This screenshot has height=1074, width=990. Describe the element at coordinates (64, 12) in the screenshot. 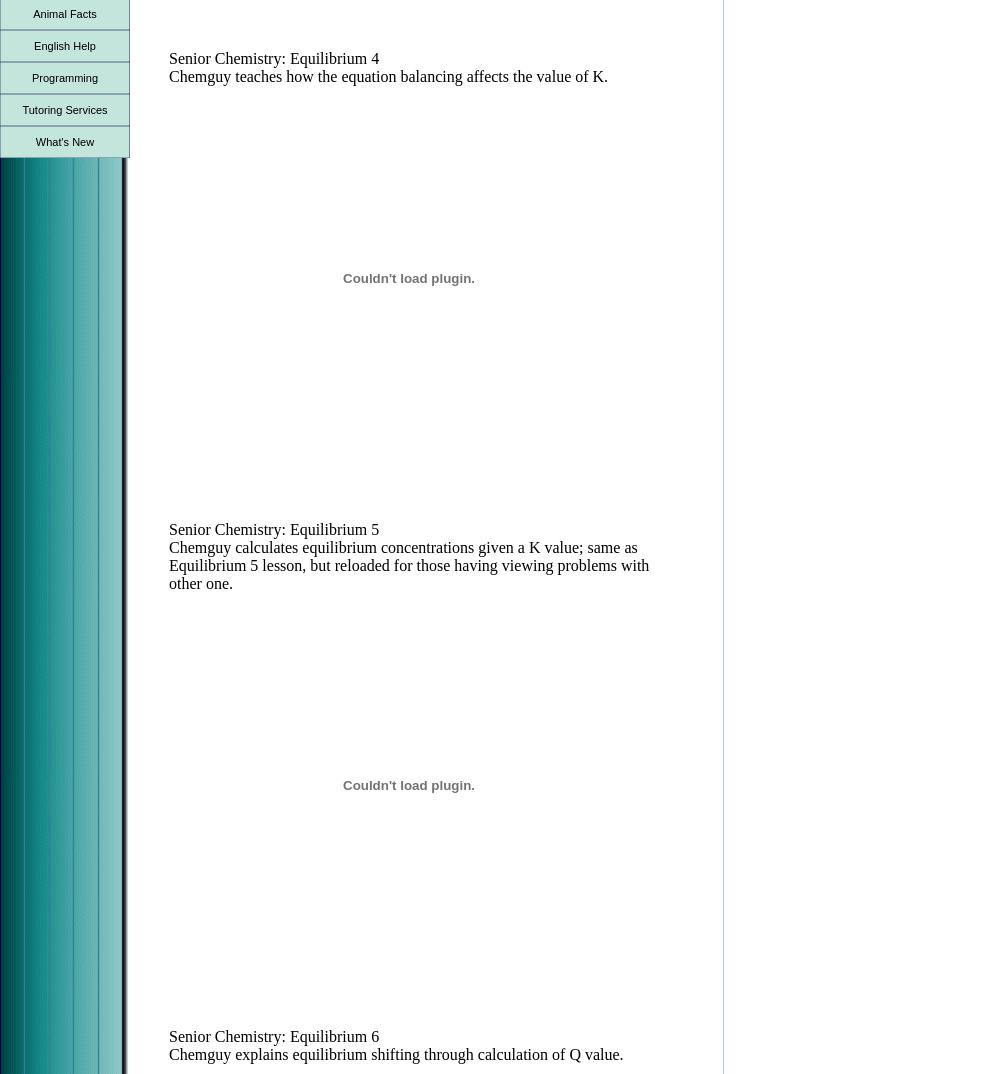

I see `'Animal Facts'` at that location.